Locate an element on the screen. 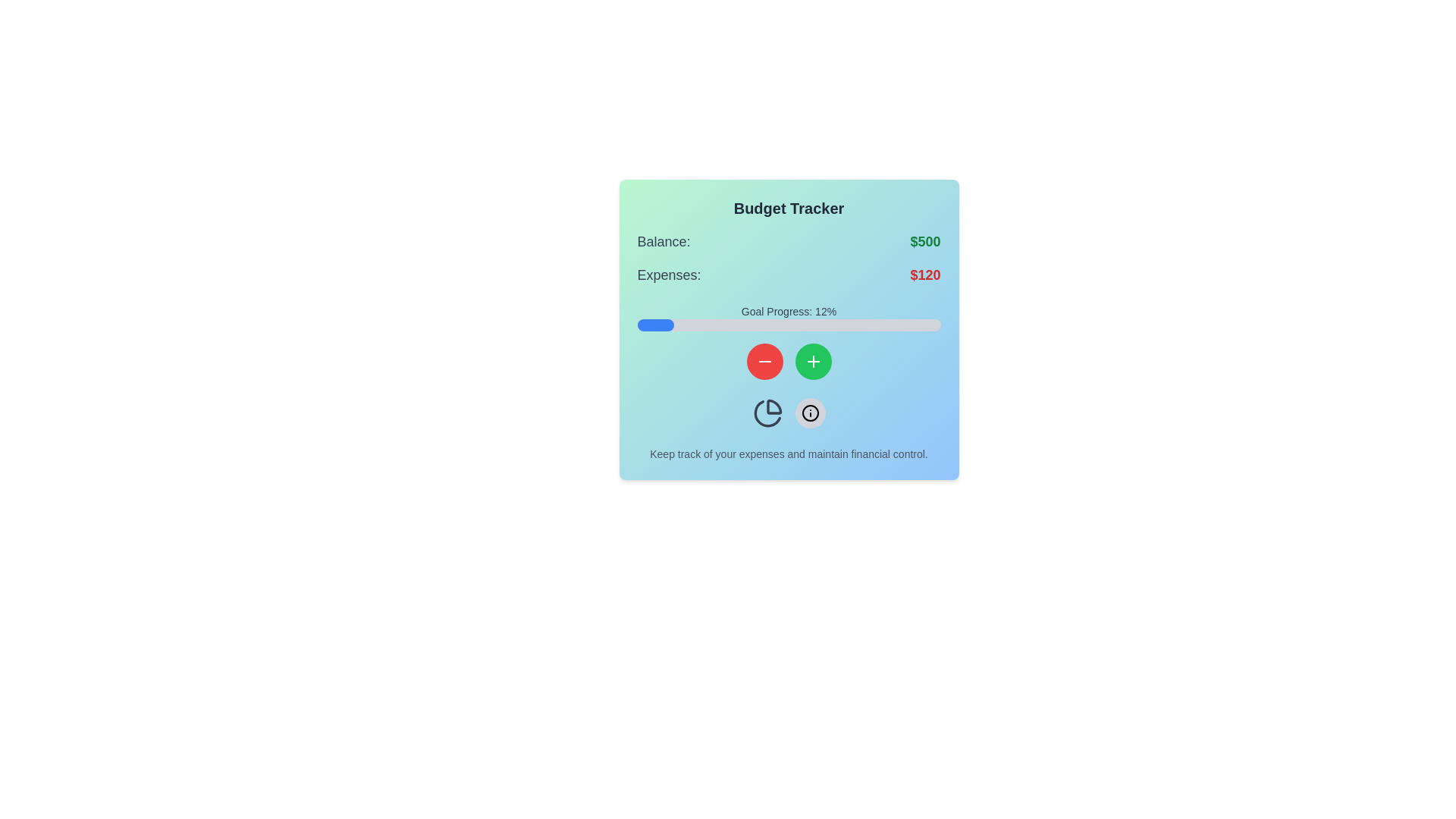 The width and height of the screenshot is (1456, 819). the red button in the button group of the 'Budget Tracker' card interface to decrease the value is located at coordinates (789, 362).